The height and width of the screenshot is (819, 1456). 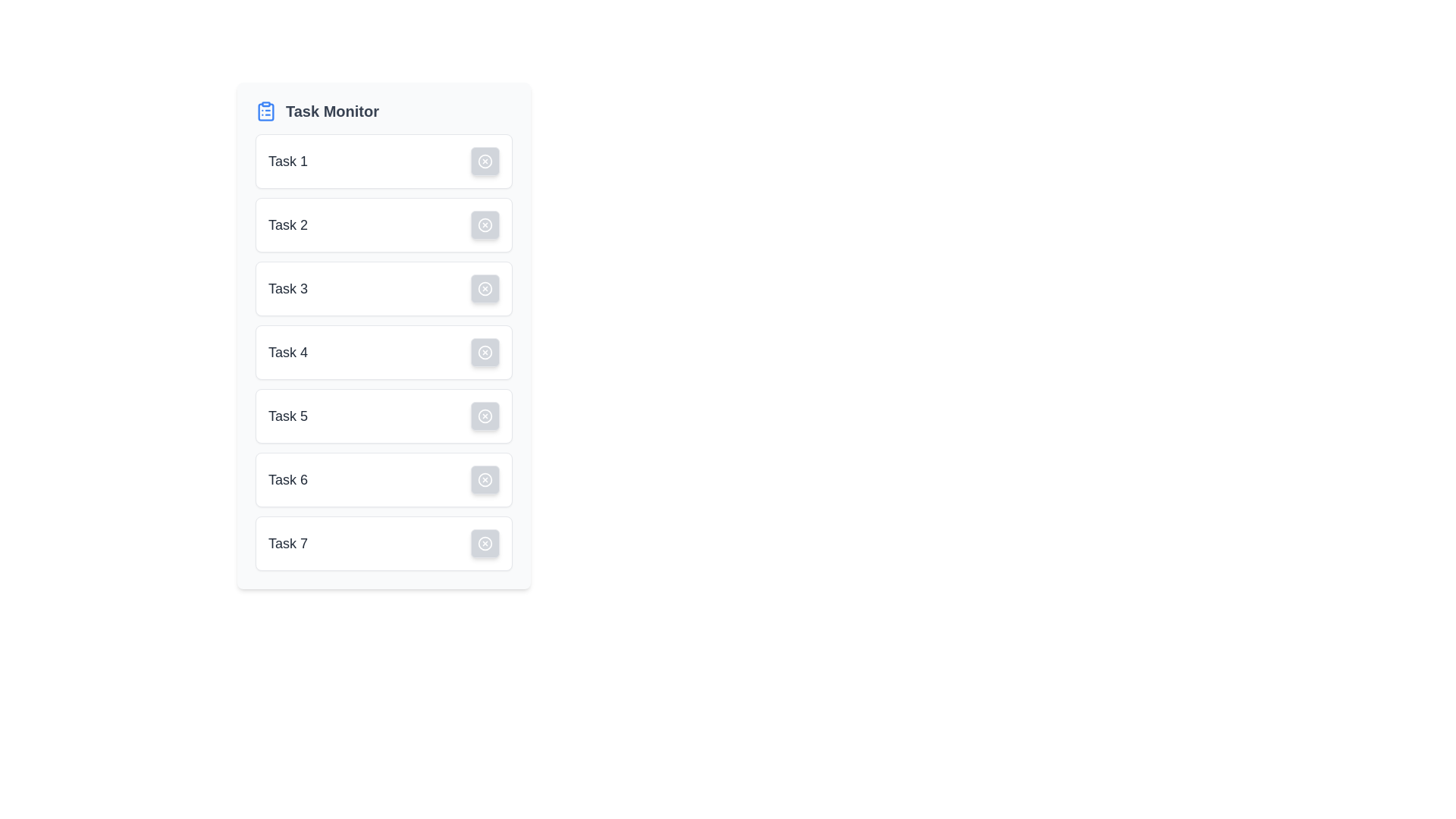 What do you see at coordinates (484, 289) in the screenshot?
I see `the small circular vector graphic element located within the third task item of the vertical task list interface, which is part of the control icon in the top-right corner of the task card` at bounding box center [484, 289].